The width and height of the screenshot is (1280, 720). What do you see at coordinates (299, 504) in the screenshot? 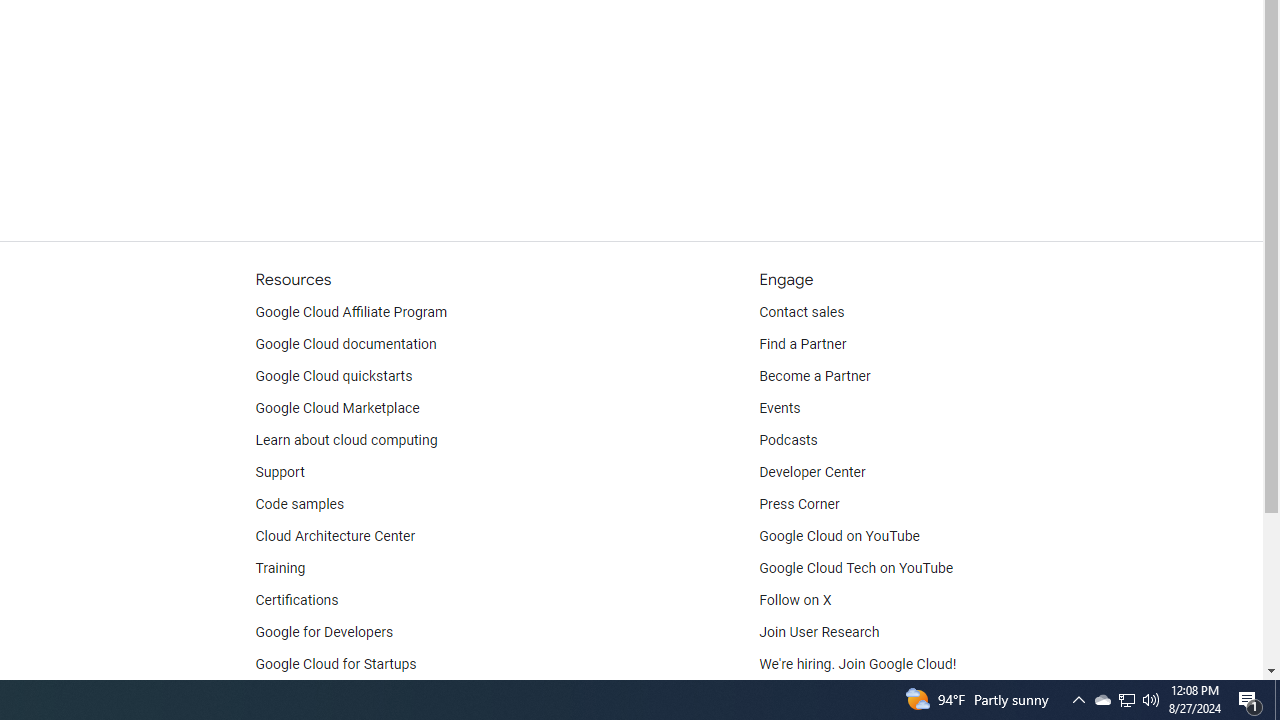
I see `'Code samples'` at bounding box center [299, 504].